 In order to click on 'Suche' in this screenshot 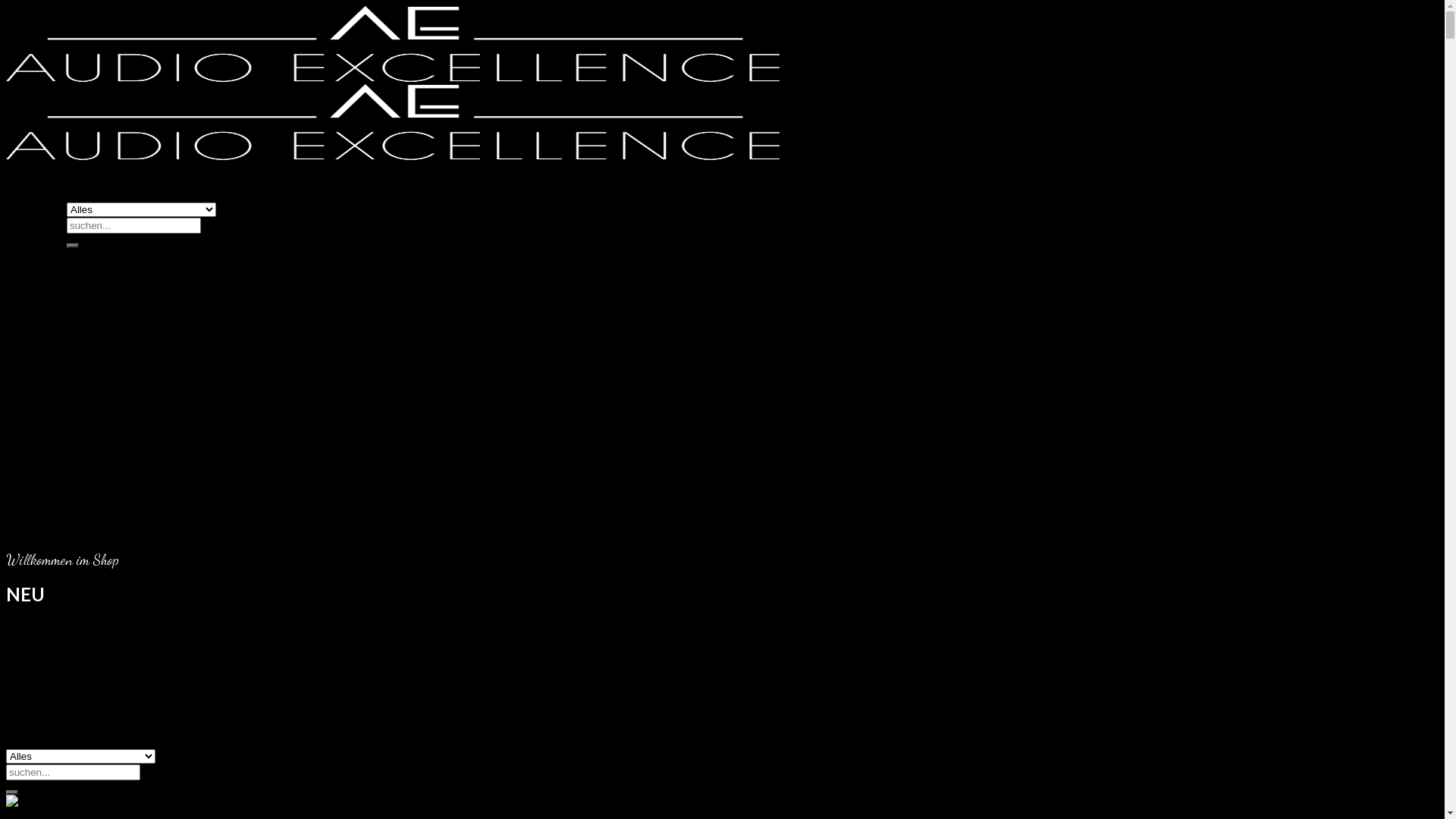, I will do `click(72, 245)`.